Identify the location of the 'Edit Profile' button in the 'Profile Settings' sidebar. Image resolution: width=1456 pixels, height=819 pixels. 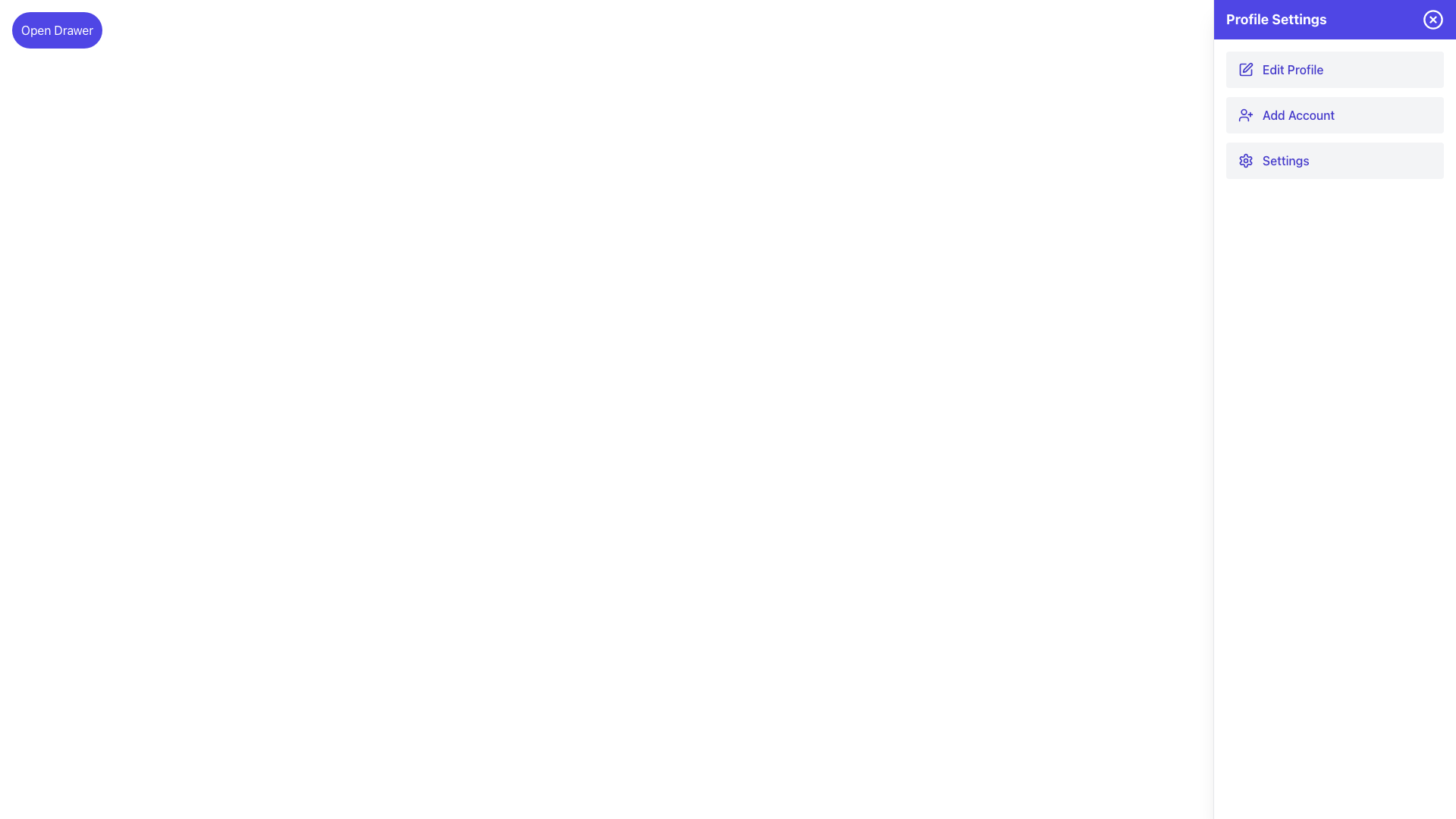
(1335, 70).